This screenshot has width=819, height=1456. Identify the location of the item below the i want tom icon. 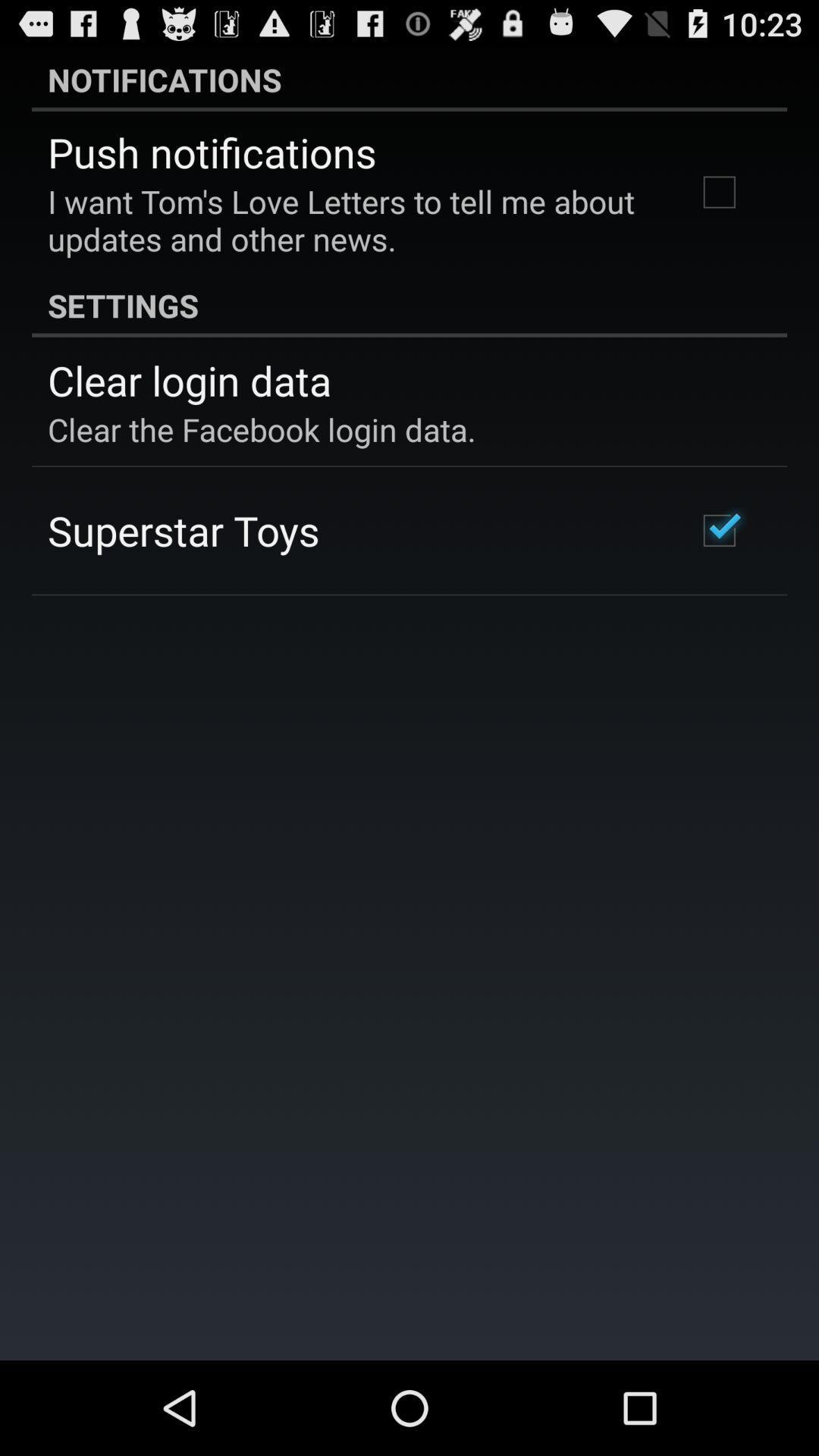
(409, 304).